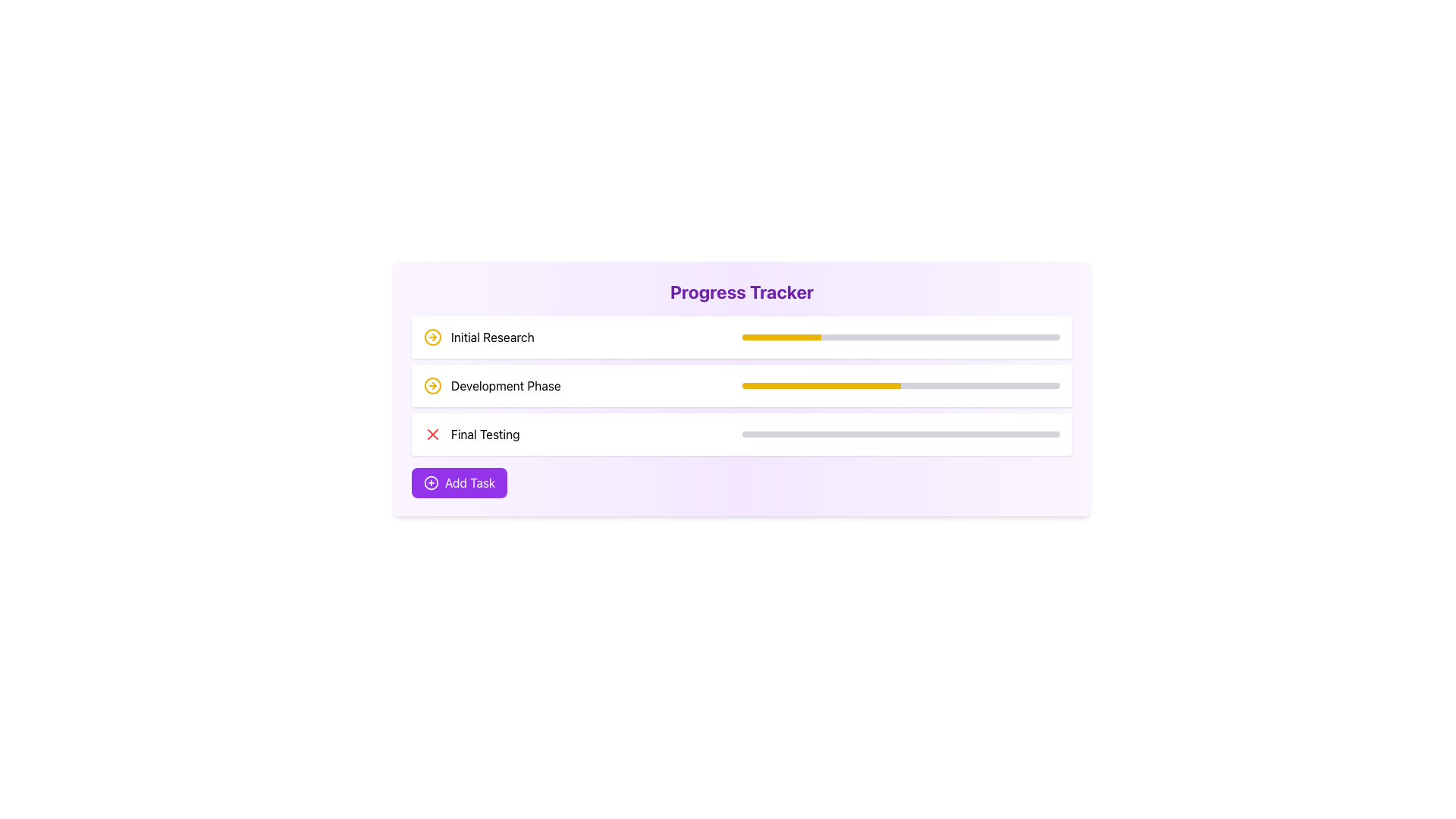  I want to click on text from the second text label in the progress tracker, which indicates the current stage of development, positioned between 'Initial Research' and 'Final Testing', so click(506, 385).